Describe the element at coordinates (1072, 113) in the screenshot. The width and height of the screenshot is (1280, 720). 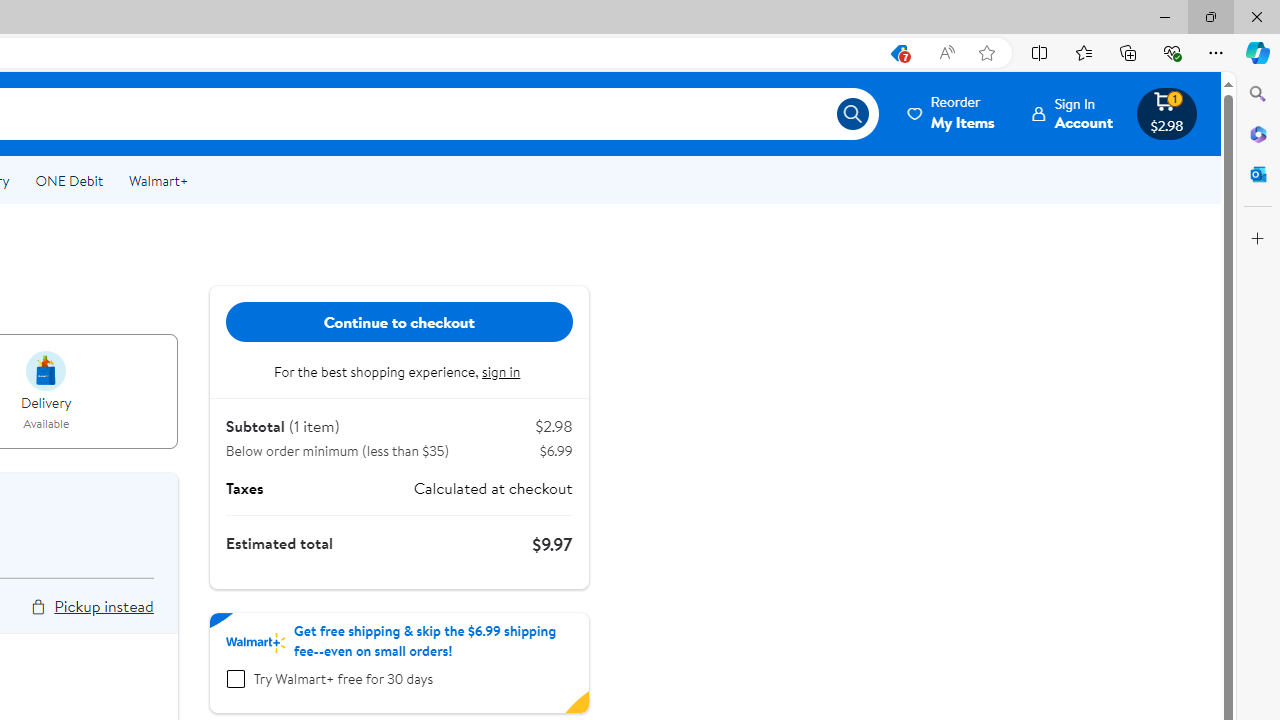
I see `'Sign InAccount'` at that location.